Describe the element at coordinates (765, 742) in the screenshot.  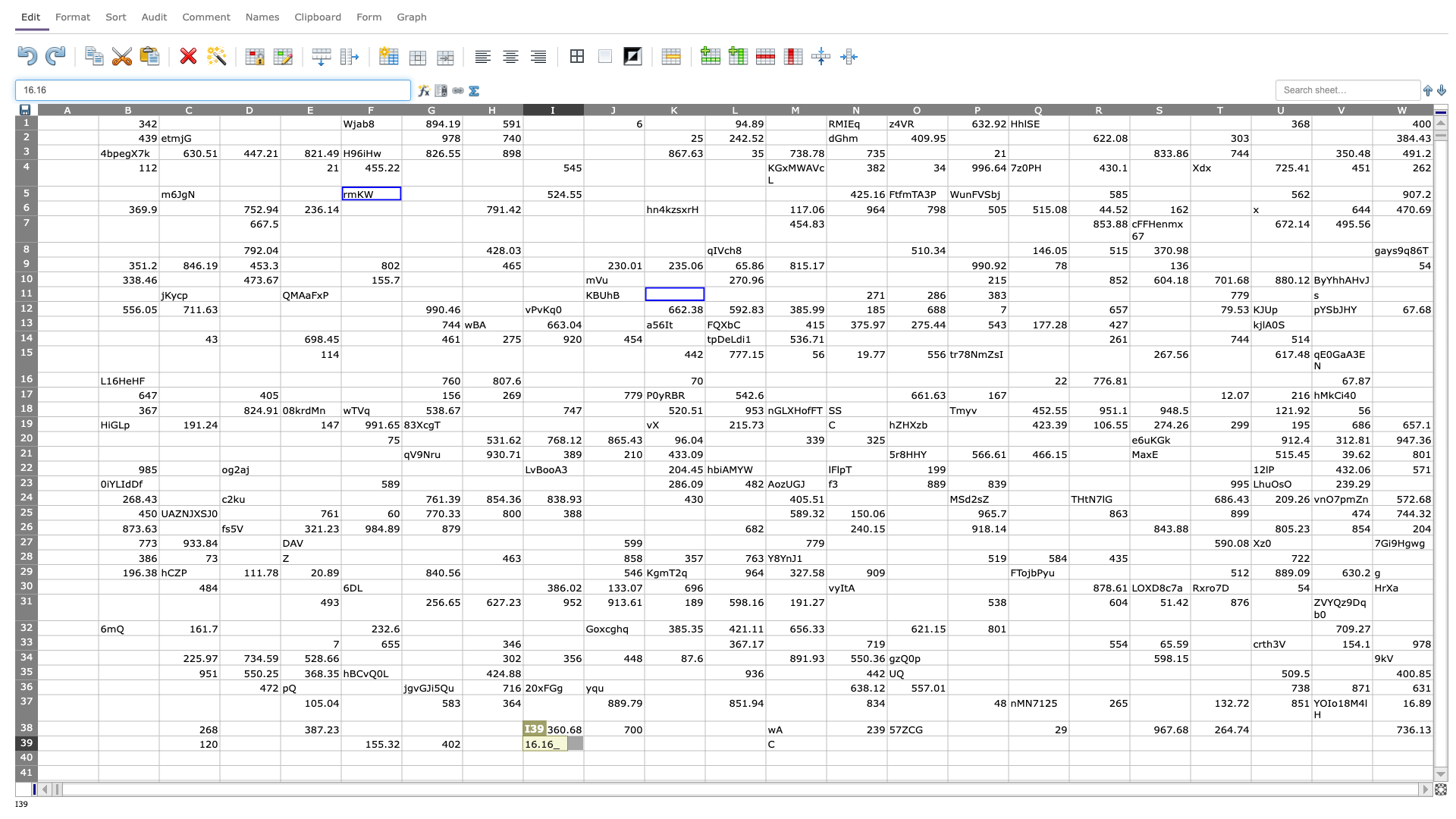
I see `Left boundary of cell M39` at that location.